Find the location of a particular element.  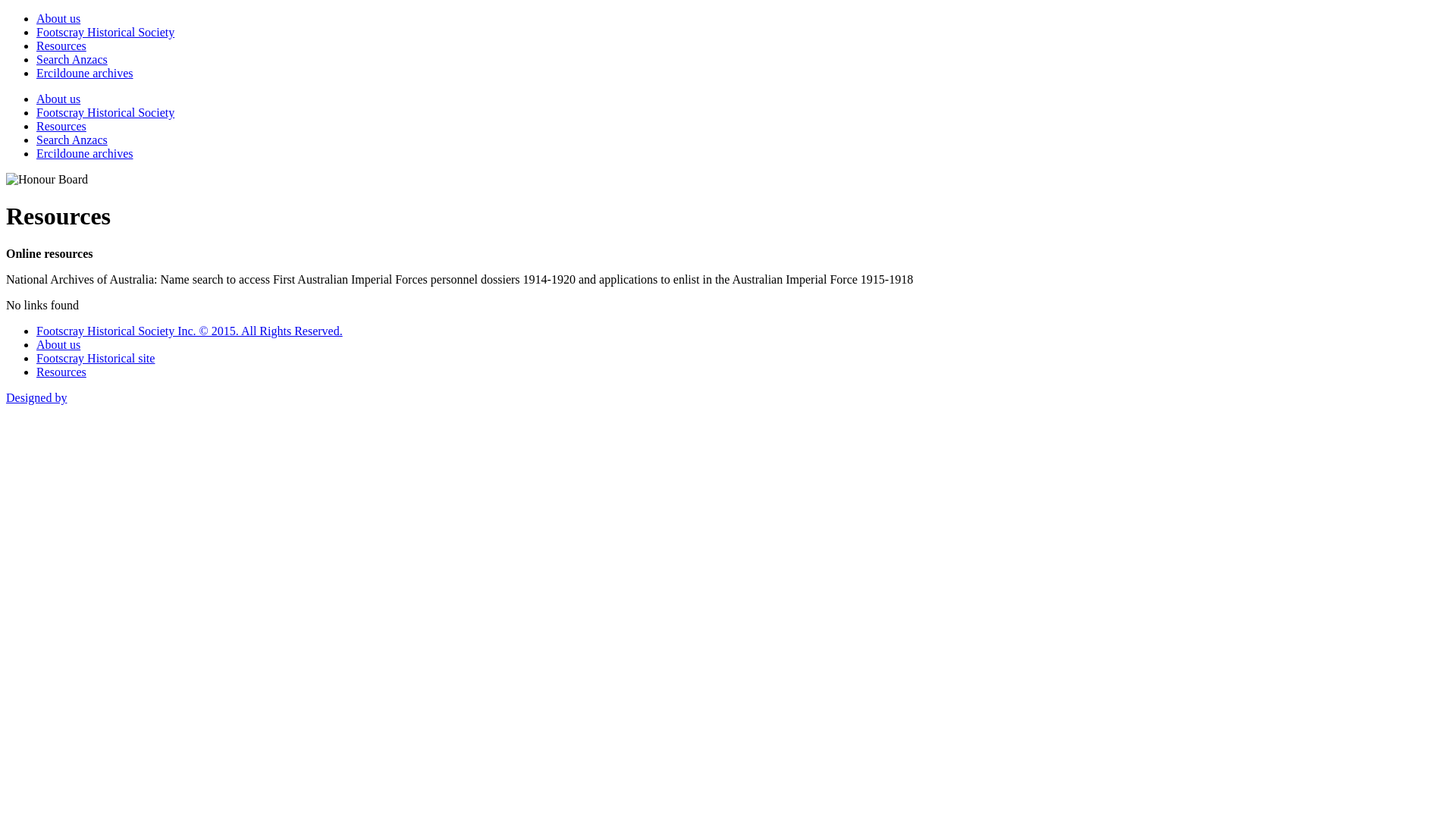

'Search Anzacs' is located at coordinates (71, 58).